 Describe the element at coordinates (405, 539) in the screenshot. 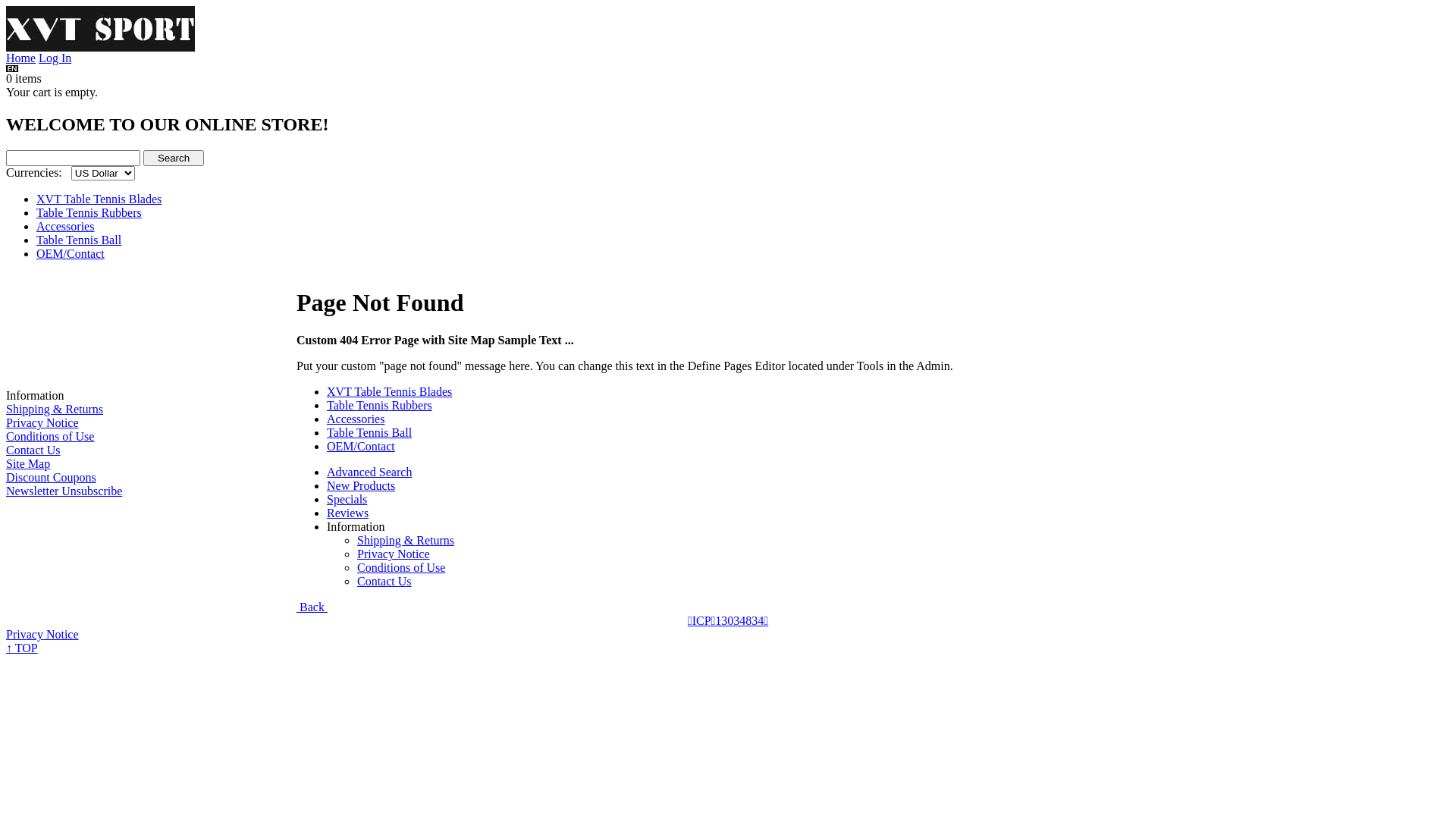

I see `'Shipping & Returns'` at that location.